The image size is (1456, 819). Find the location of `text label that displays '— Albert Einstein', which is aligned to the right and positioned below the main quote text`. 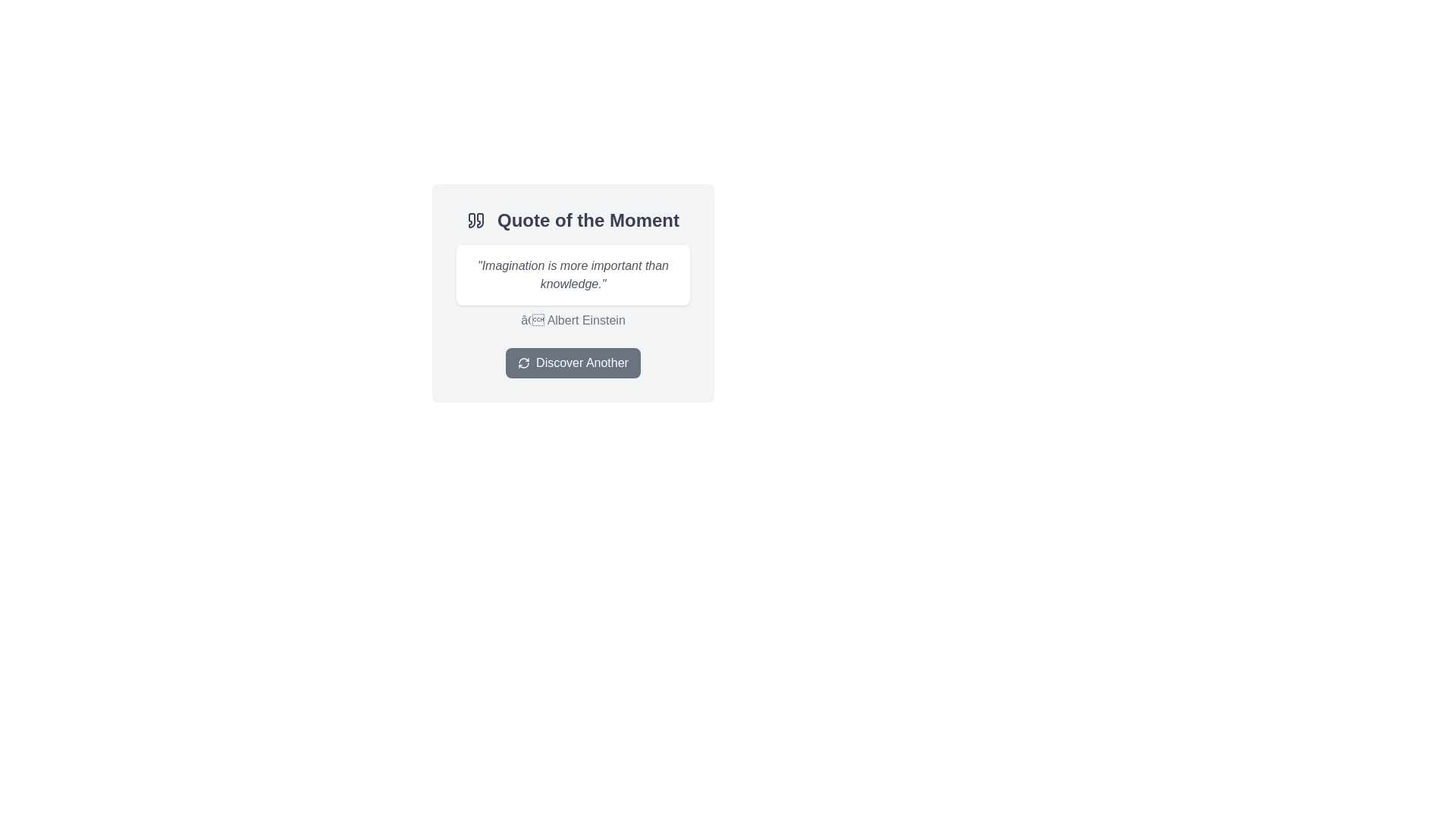

text label that displays '— Albert Einstein', which is aligned to the right and positioned below the main quote text is located at coordinates (572, 320).